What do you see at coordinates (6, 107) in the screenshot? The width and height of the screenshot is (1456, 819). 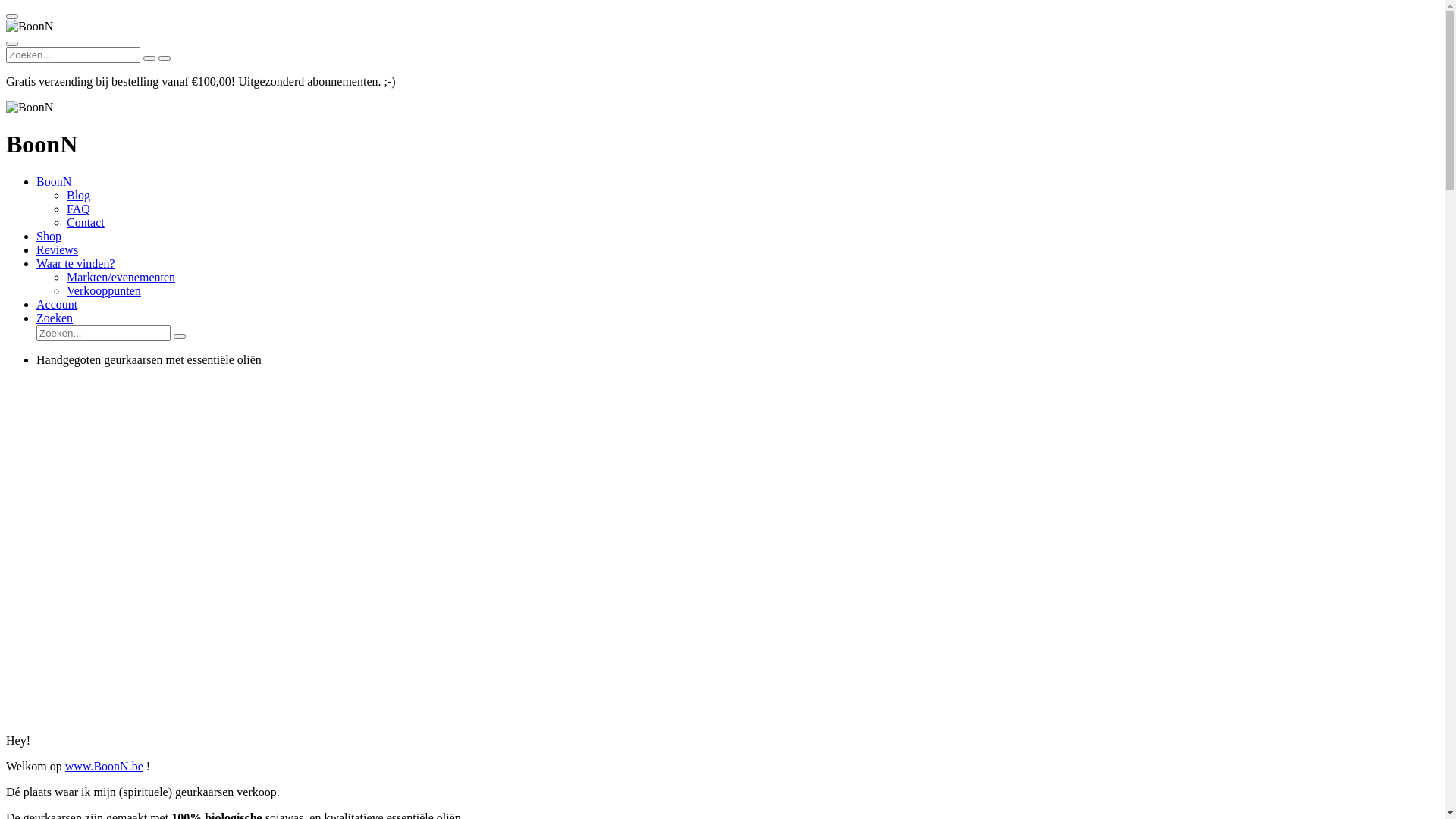 I see `'BoonN'` at bounding box center [6, 107].